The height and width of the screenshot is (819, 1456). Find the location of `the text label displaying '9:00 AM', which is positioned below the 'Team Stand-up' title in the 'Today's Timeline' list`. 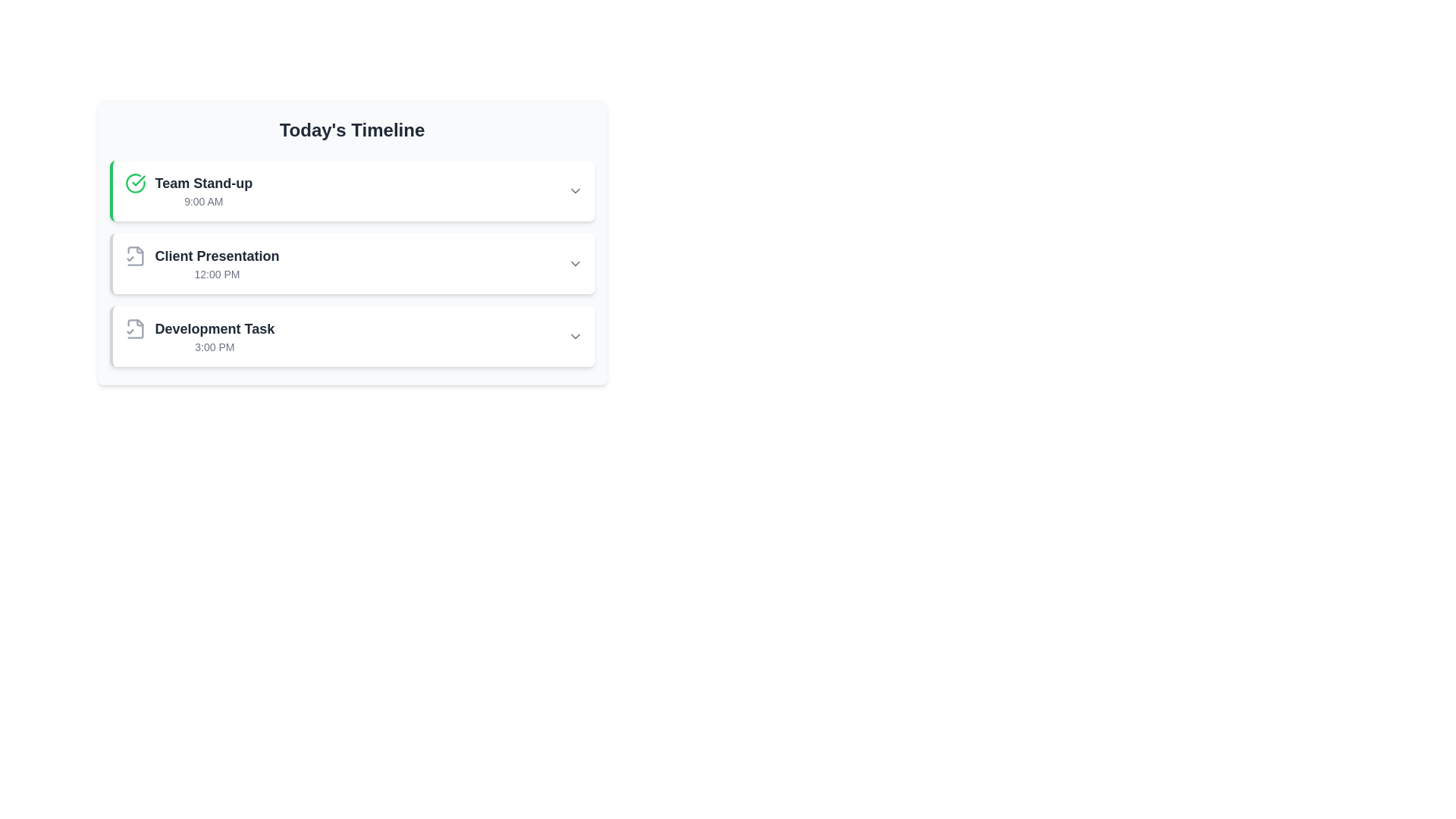

the text label displaying '9:00 AM', which is positioned below the 'Team Stand-up' title in the 'Today's Timeline' list is located at coordinates (202, 201).